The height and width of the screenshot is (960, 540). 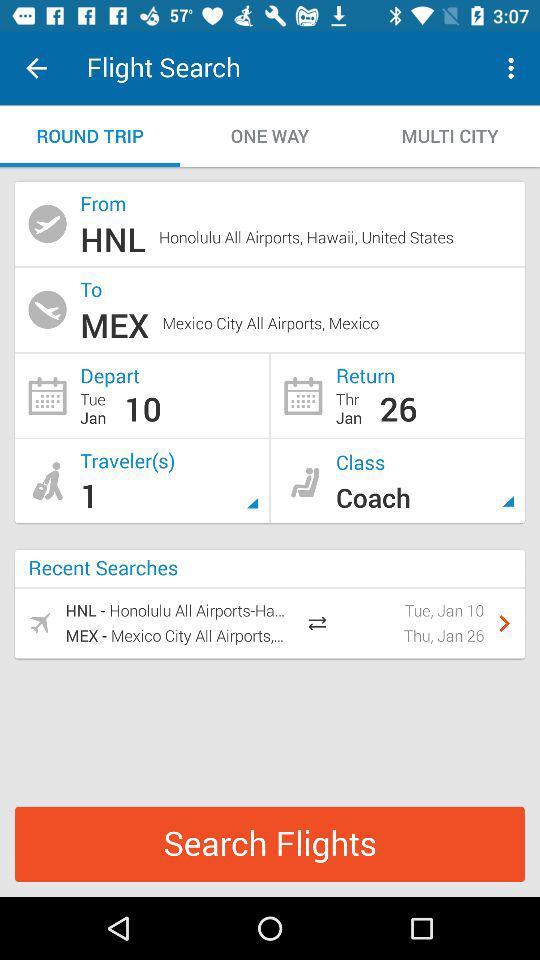 What do you see at coordinates (449, 135) in the screenshot?
I see `the item next to the one way item` at bounding box center [449, 135].